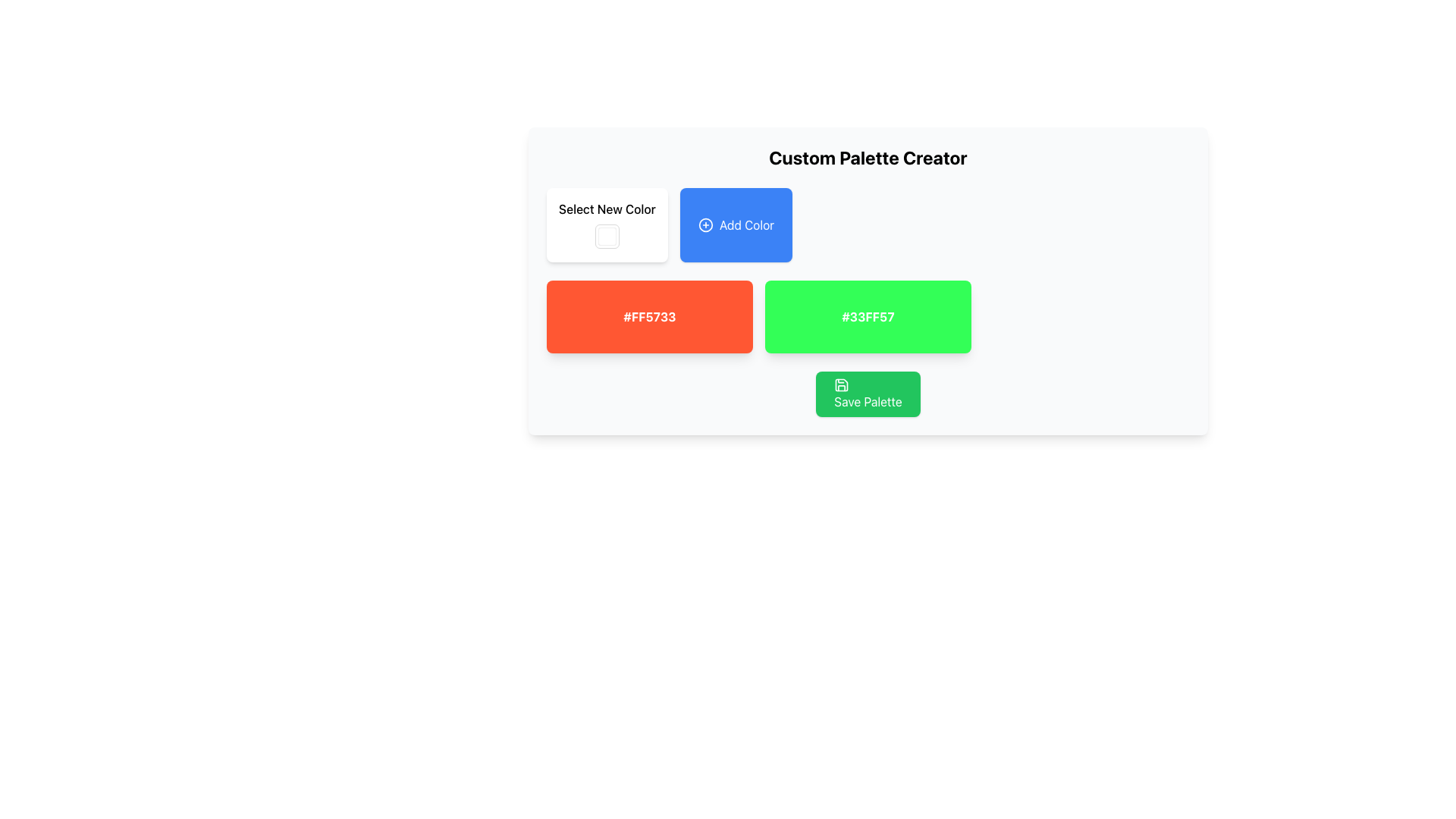 The width and height of the screenshot is (1456, 819). Describe the element at coordinates (704, 225) in the screenshot. I see `the icon that signifies the action of adding a new color, which is centered within the 'Add Color' button` at that location.